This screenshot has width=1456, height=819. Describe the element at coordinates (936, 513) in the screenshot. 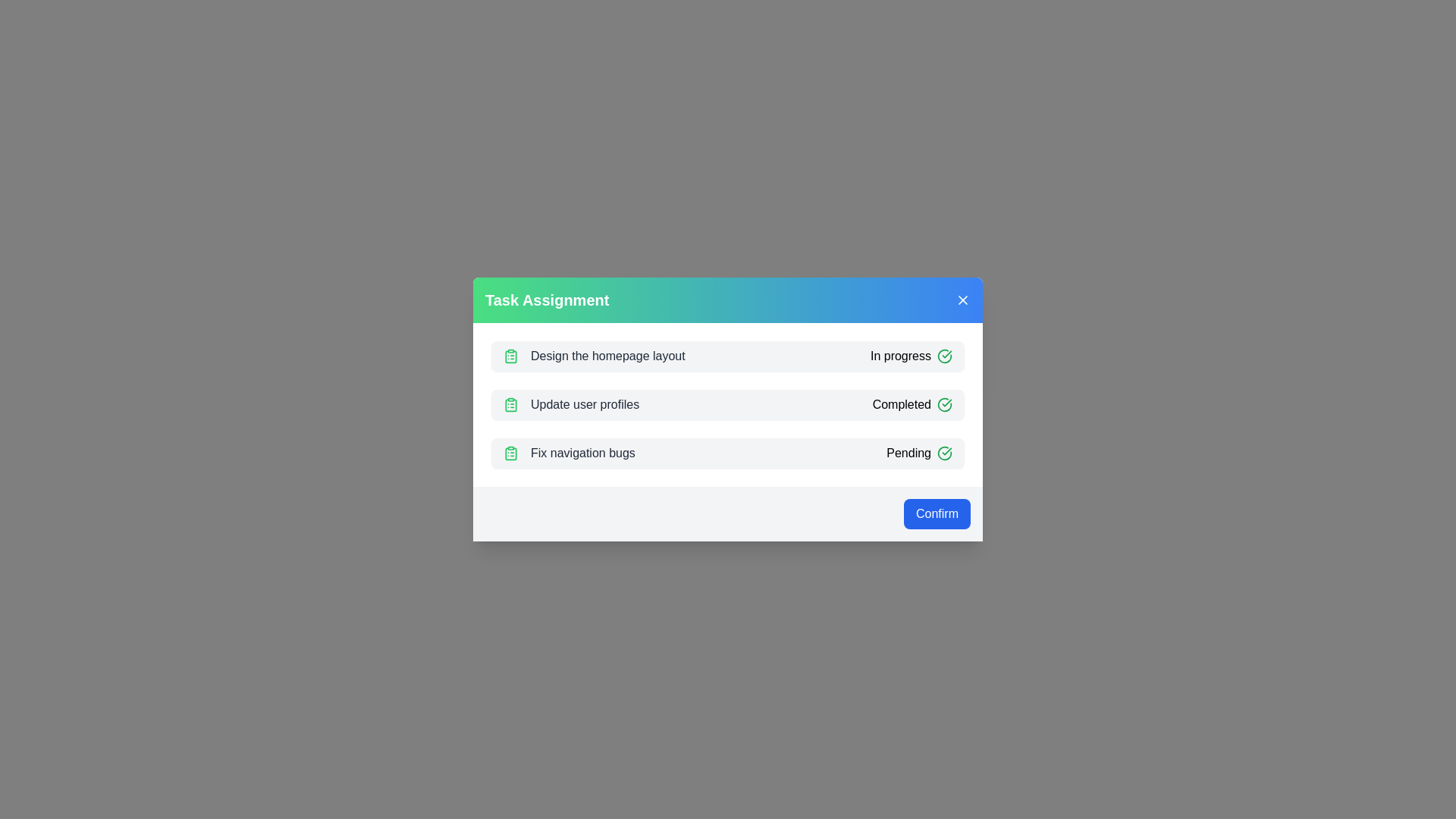

I see `the 'Confirm' button with a blue background and white text located in the bottom-right corner of the 'Task Assignment' modal` at that location.